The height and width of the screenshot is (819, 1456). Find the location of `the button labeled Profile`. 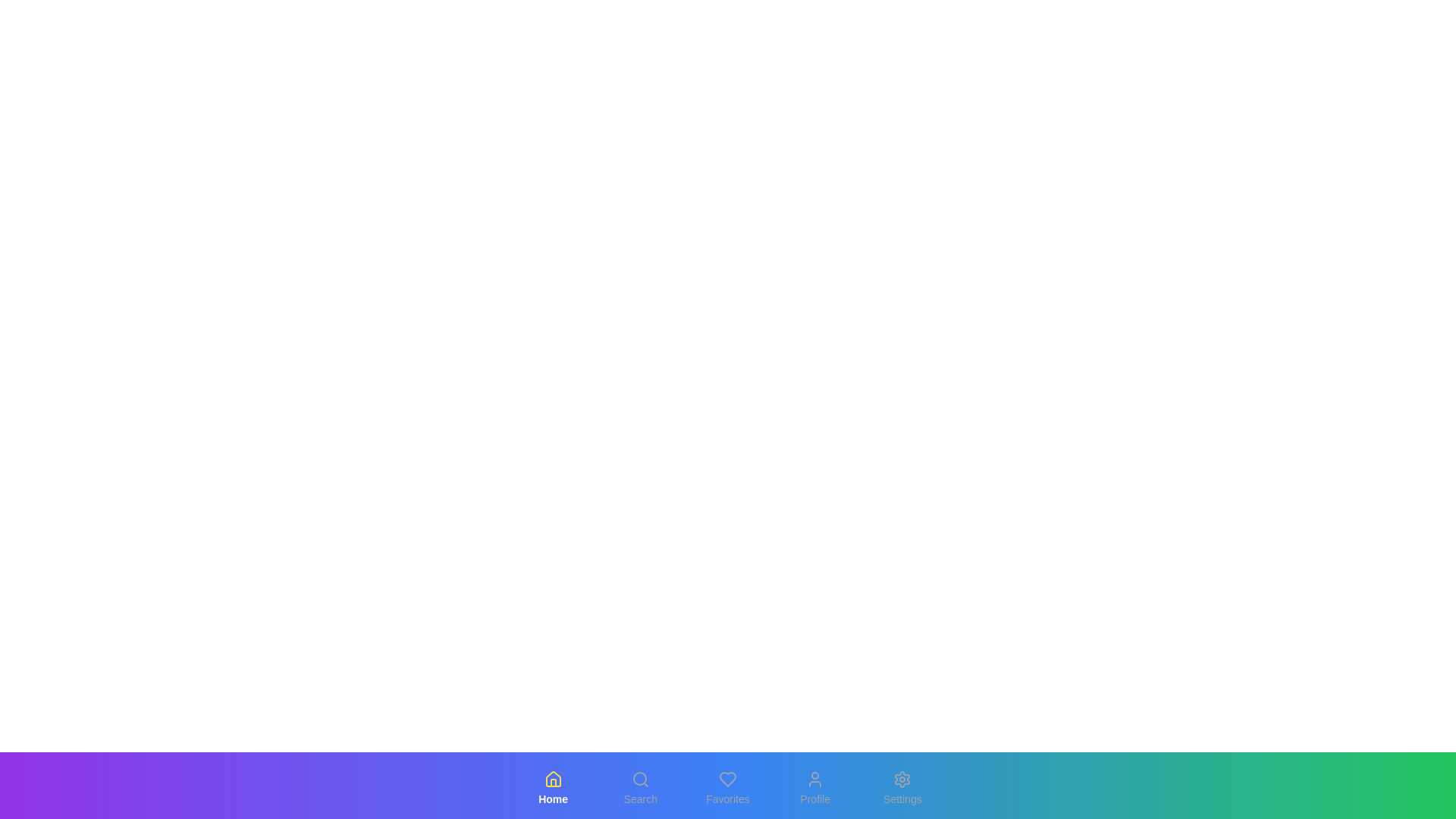

the button labeled Profile is located at coordinates (814, 788).